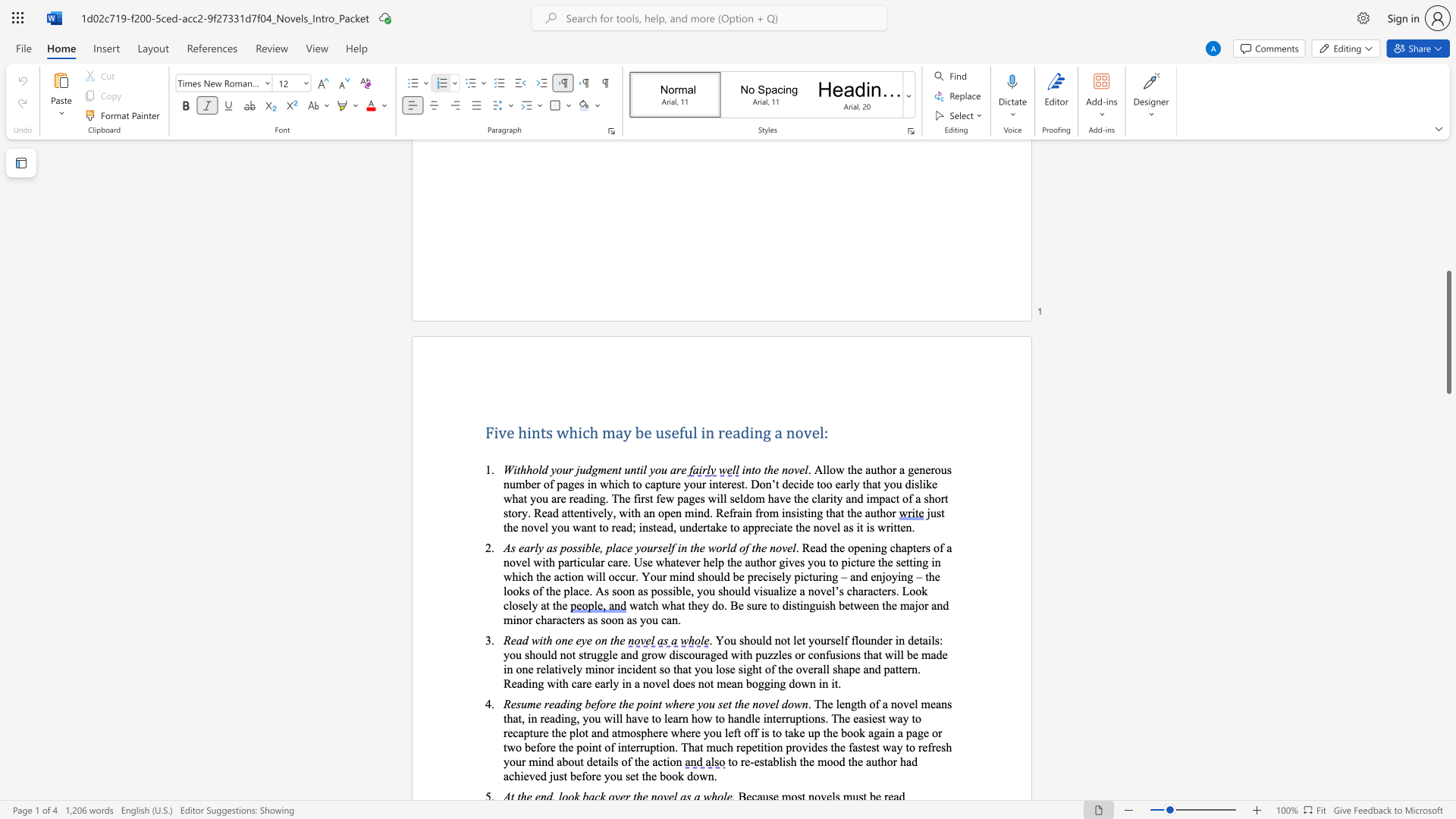  What do you see at coordinates (648, 432) in the screenshot?
I see `the 2th character "e" in the text` at bounding box center [648, 432].